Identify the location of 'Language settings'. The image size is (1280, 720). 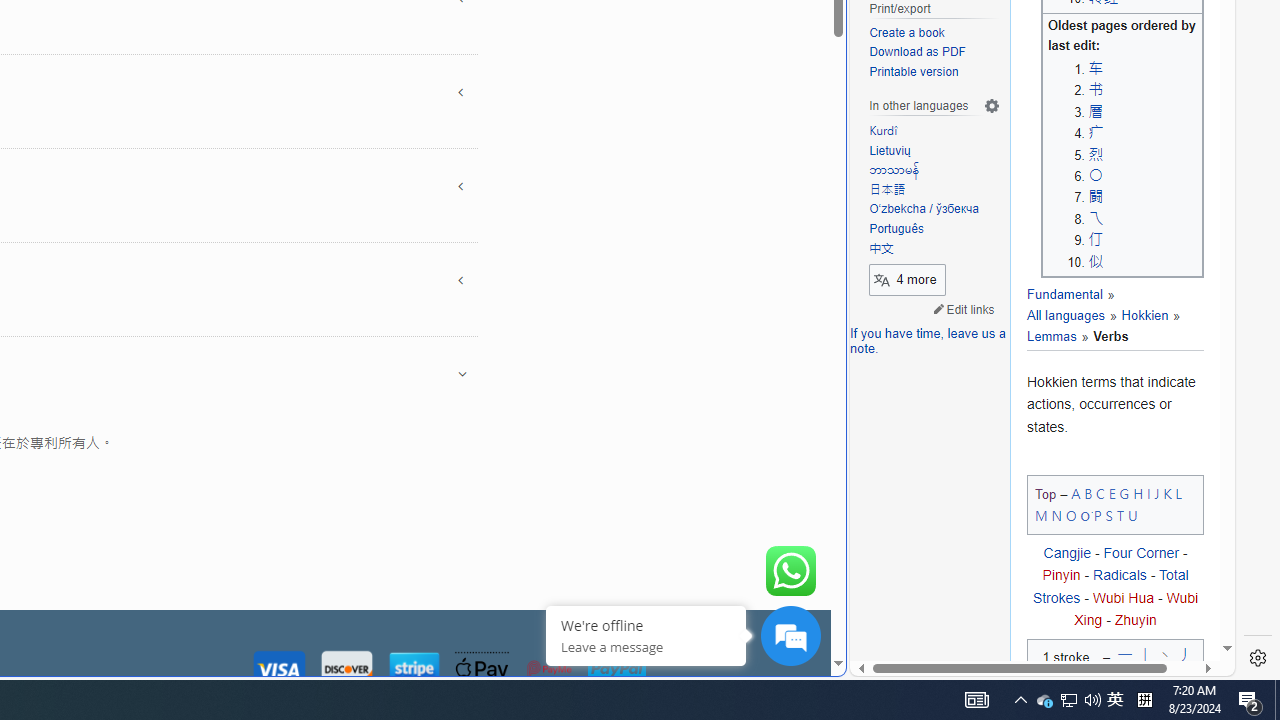
(992, 106).